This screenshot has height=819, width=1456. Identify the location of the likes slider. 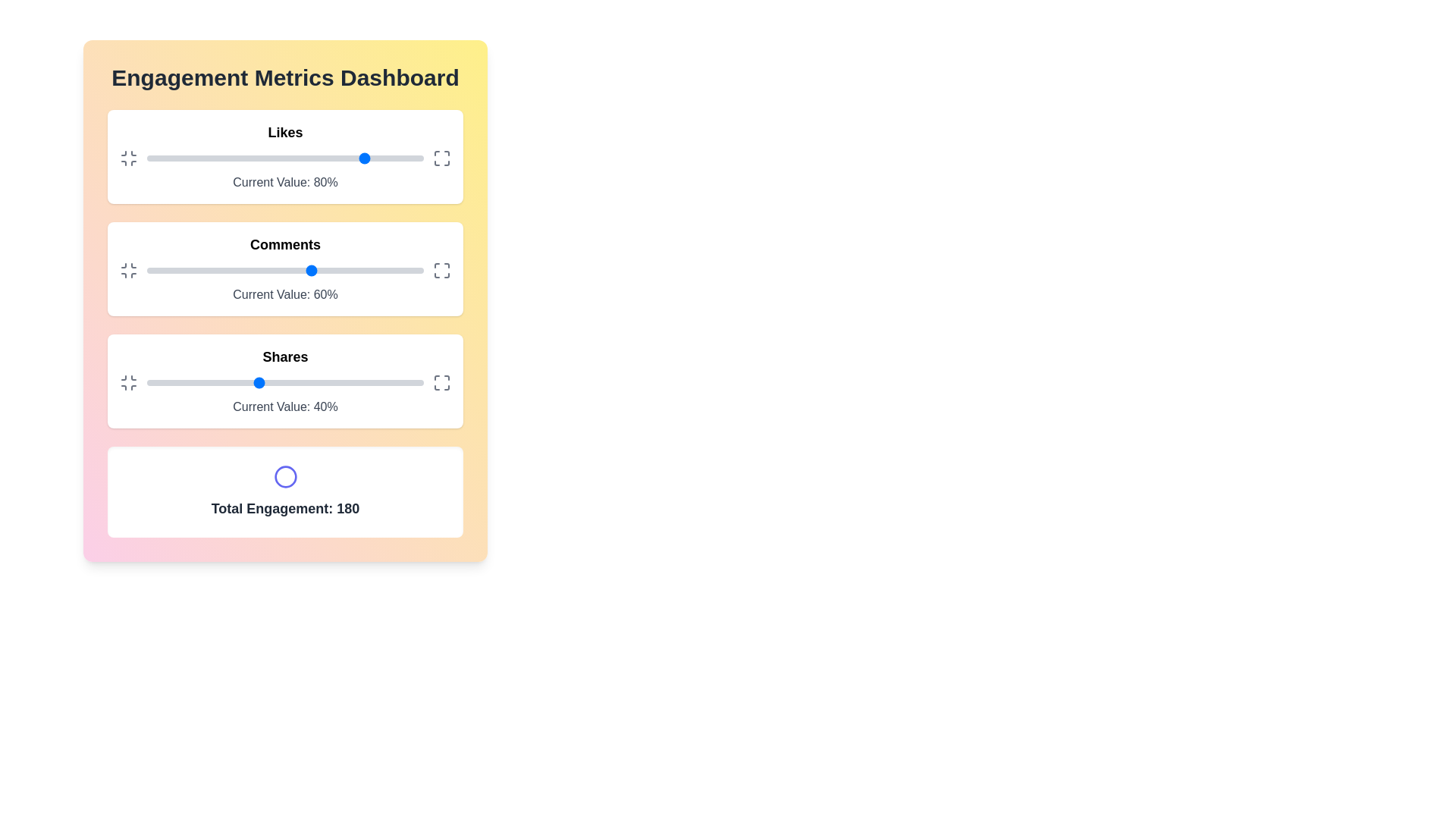
(320, 158).